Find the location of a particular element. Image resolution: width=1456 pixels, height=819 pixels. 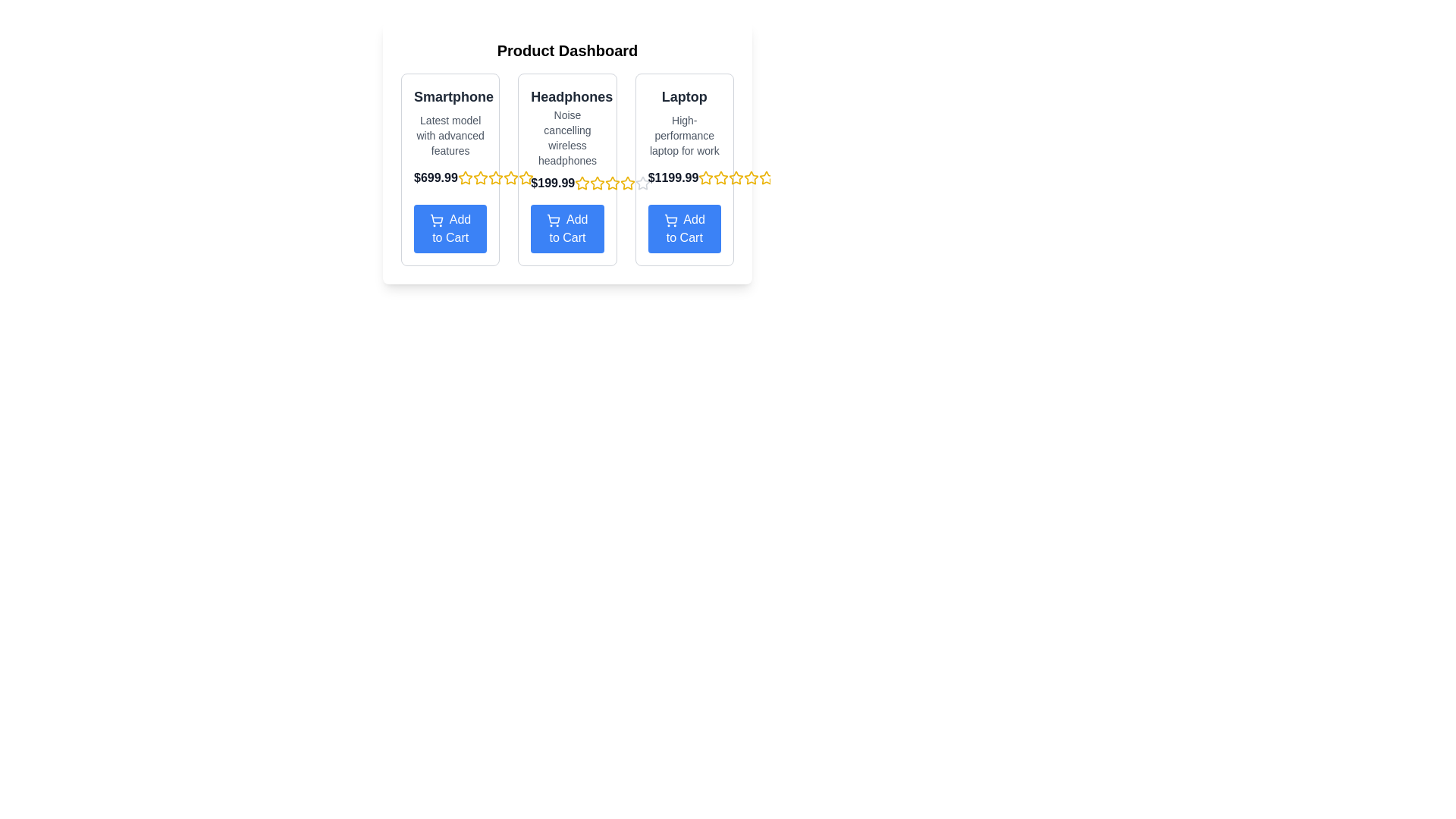

the shopping cart icon within the 'Add to Cart' blue button for potential visual feedback is located at coordinates (436, 220).